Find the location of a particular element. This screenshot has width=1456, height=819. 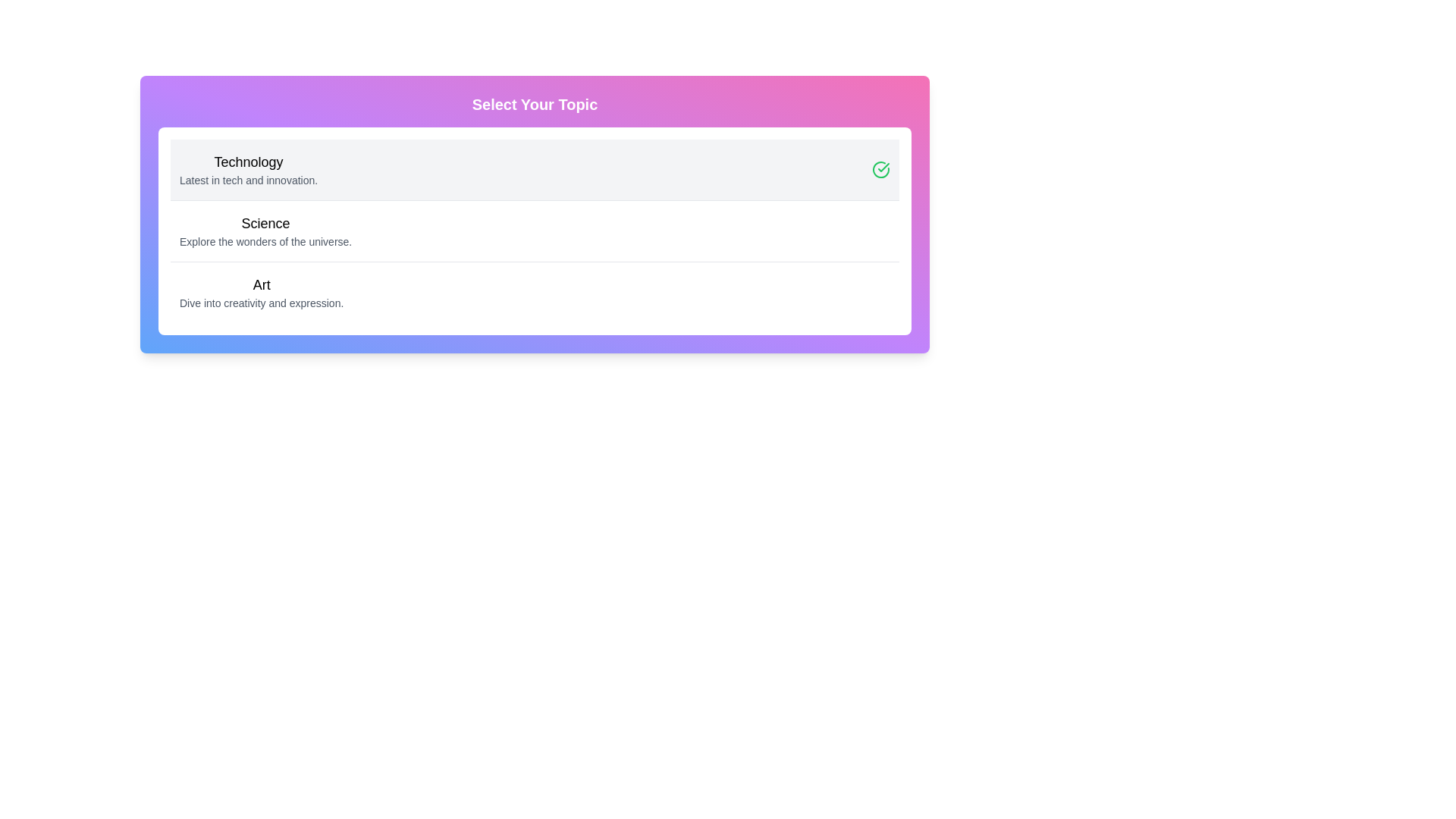

the descriptive text label for the 'Science' topic, which provides additional context directly below the 'Science' header in the list of selectable topics is located at coordinates (265, 241).